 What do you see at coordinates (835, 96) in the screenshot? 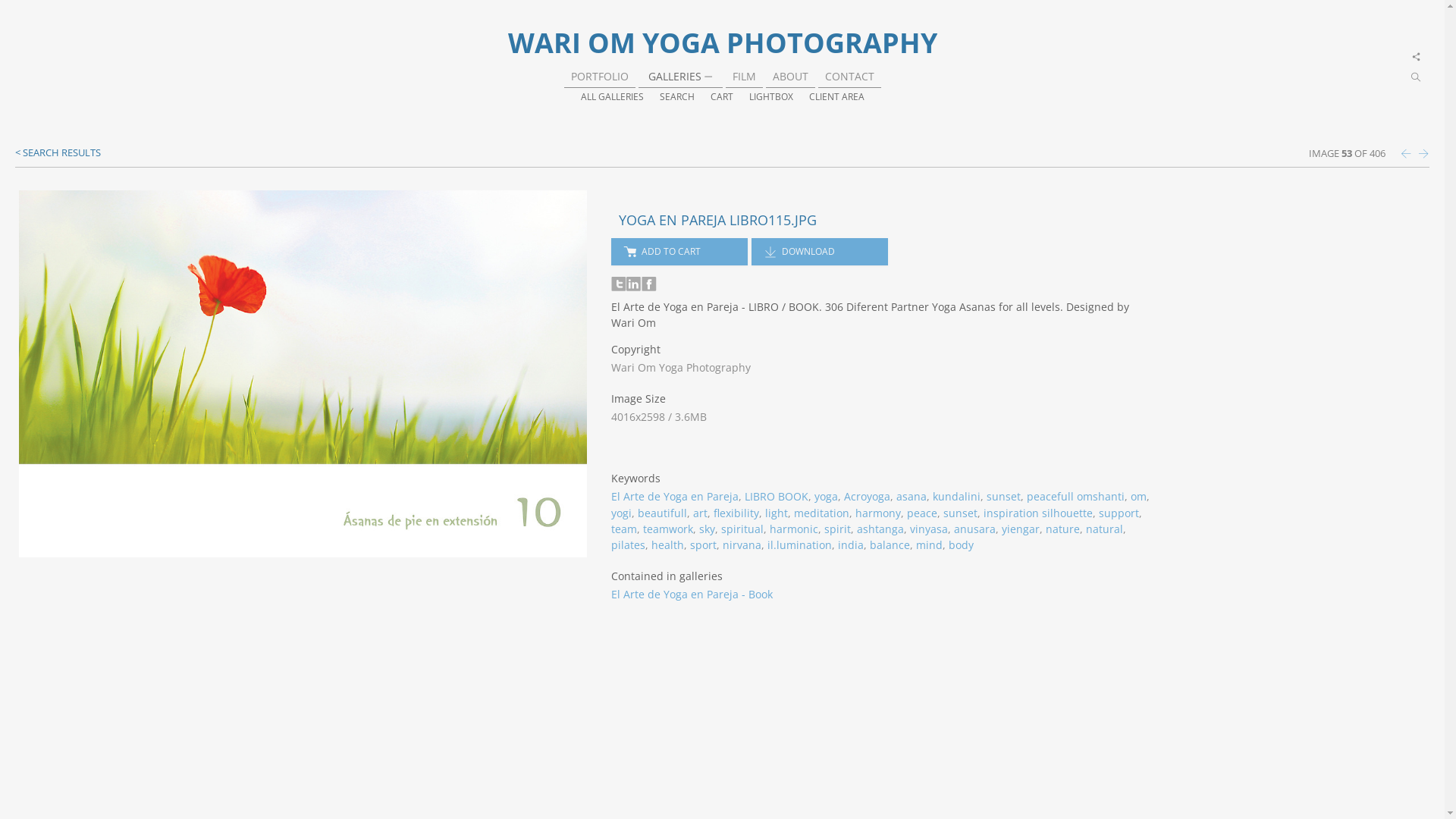
I see `'CLIENT AREA'` at bounding box center [835, 96].